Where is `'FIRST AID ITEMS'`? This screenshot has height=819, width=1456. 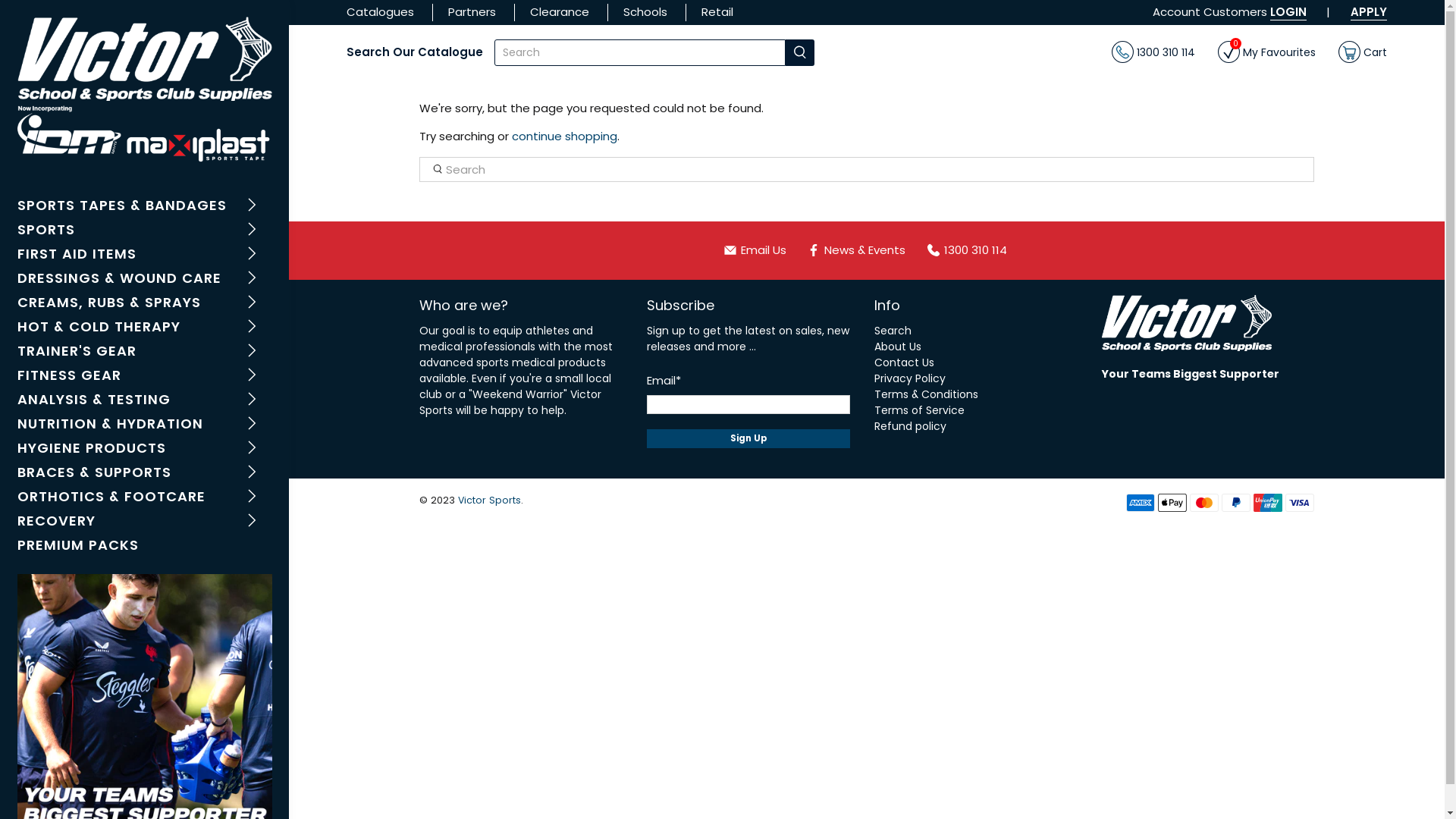 'FIRST AID ITEMS' is located at coordinates (144, 254).